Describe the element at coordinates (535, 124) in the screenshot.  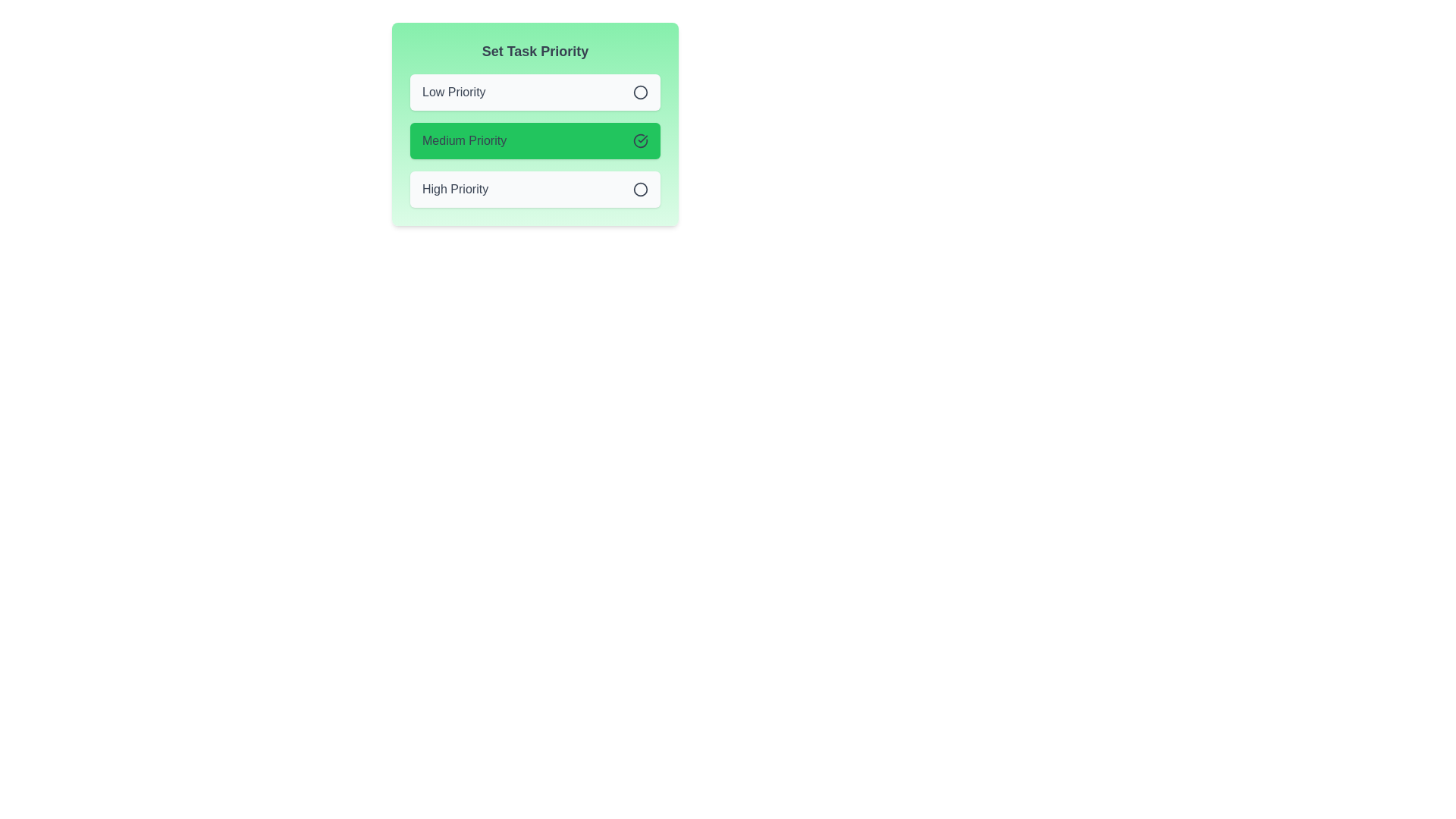
I see `the selectable list item with a green background labeled 'Medium Priority'` at that location.